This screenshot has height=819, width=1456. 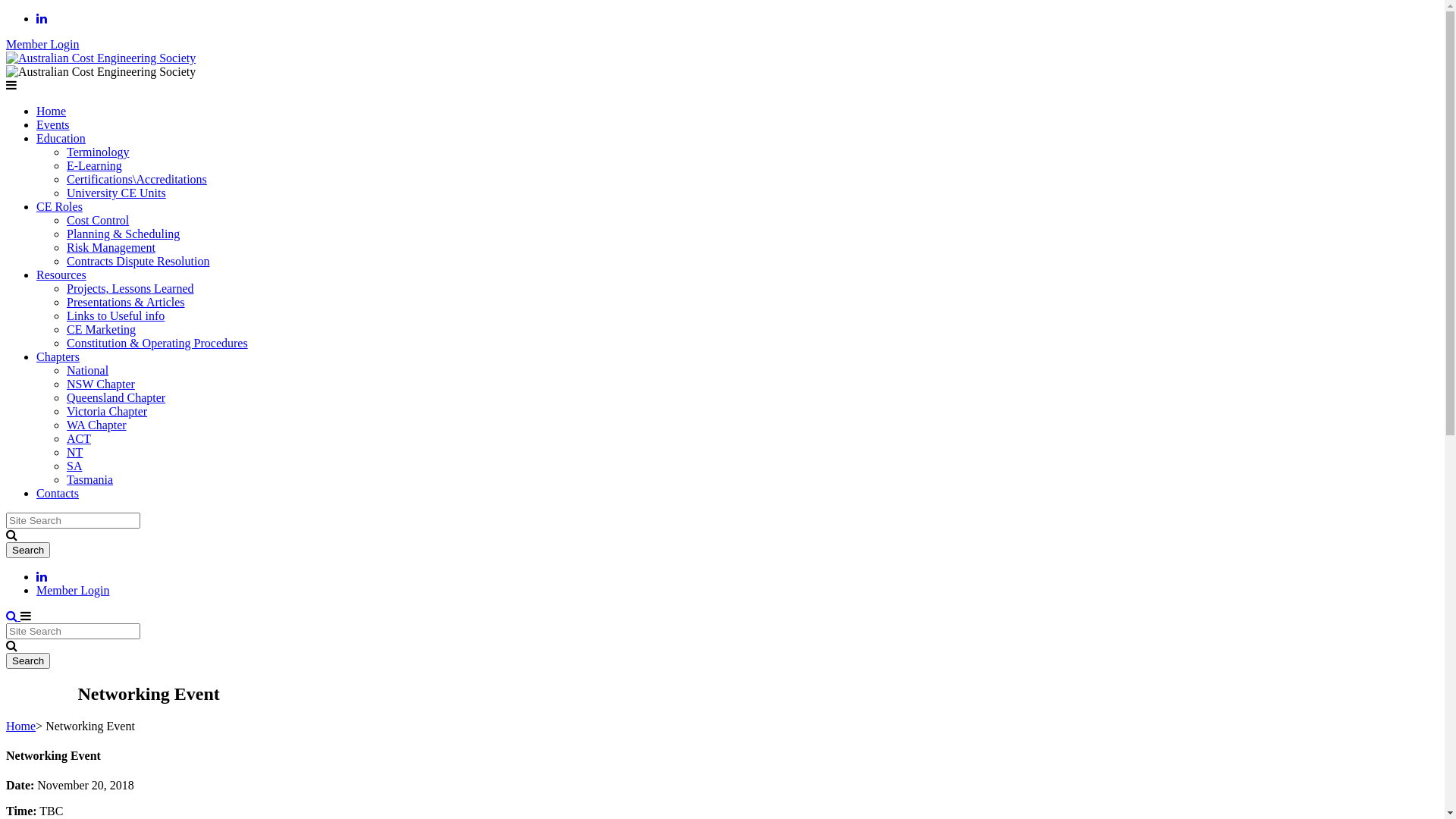 I want to click on 'Constitution & Operating Procedures', so click(x=157, y=343).